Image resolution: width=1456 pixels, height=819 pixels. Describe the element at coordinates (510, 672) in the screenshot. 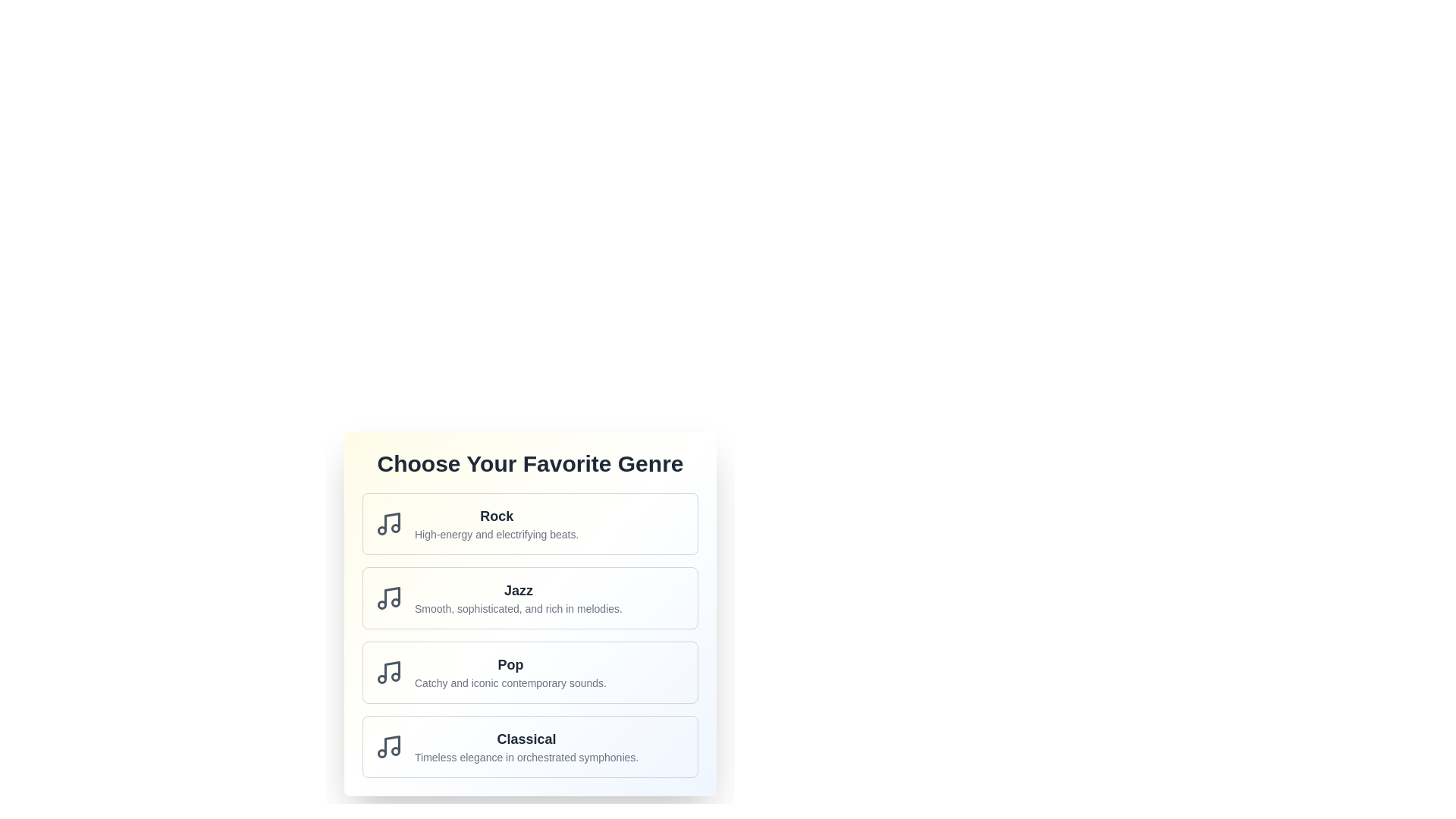

I see `the 'Pop' music genre label located in the third row of the music genres list under 'Choose Your Favorite Genre', which is positioned between 'Jazz' and 'Classical'` at that location.